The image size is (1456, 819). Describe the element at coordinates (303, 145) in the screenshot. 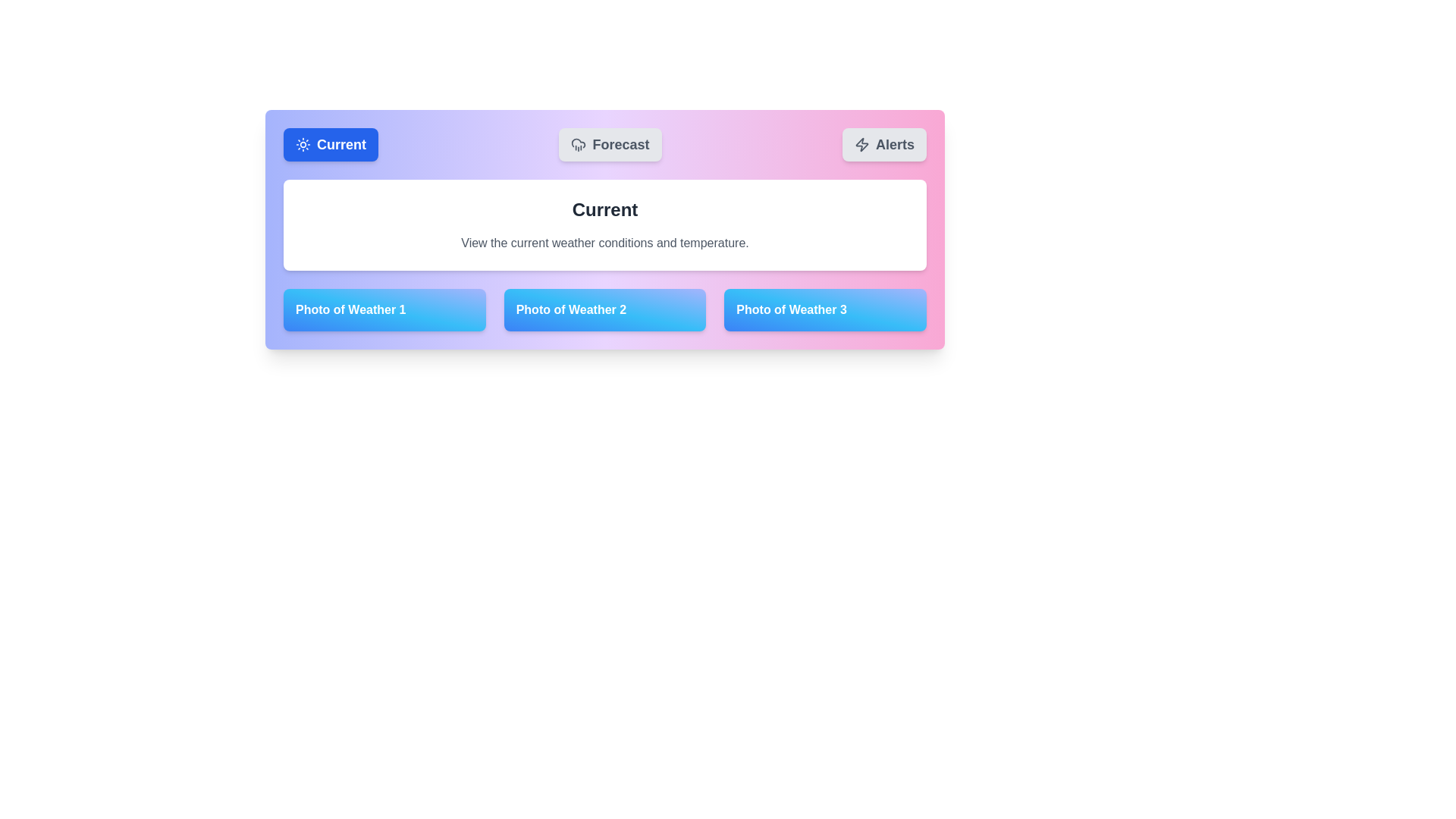

I see `the sun icon located within the blue 'Current' button in the top-left corner of the interface's primary navigation segment` at that location.